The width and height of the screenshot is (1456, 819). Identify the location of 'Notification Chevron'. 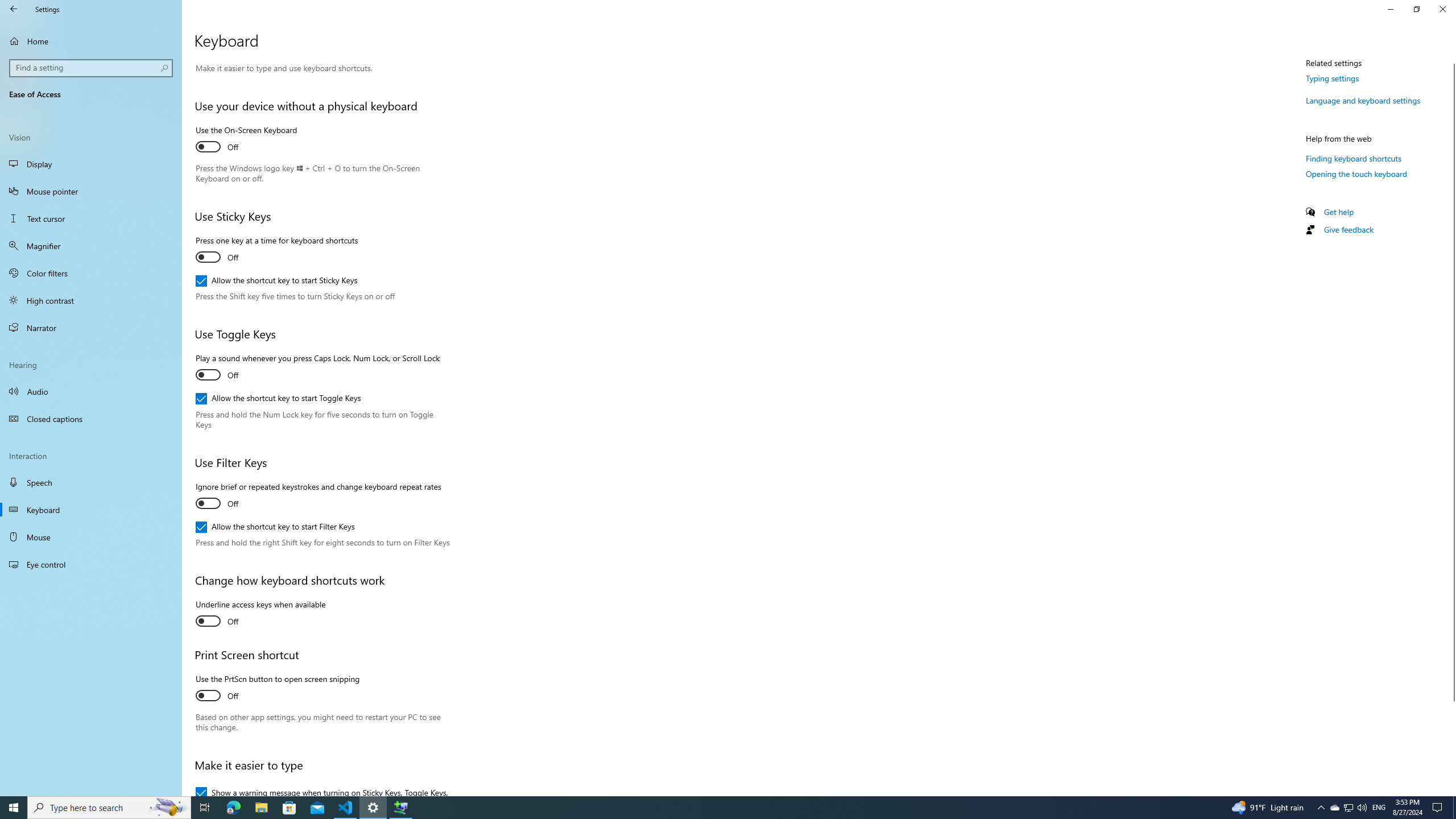
(1321, 806).